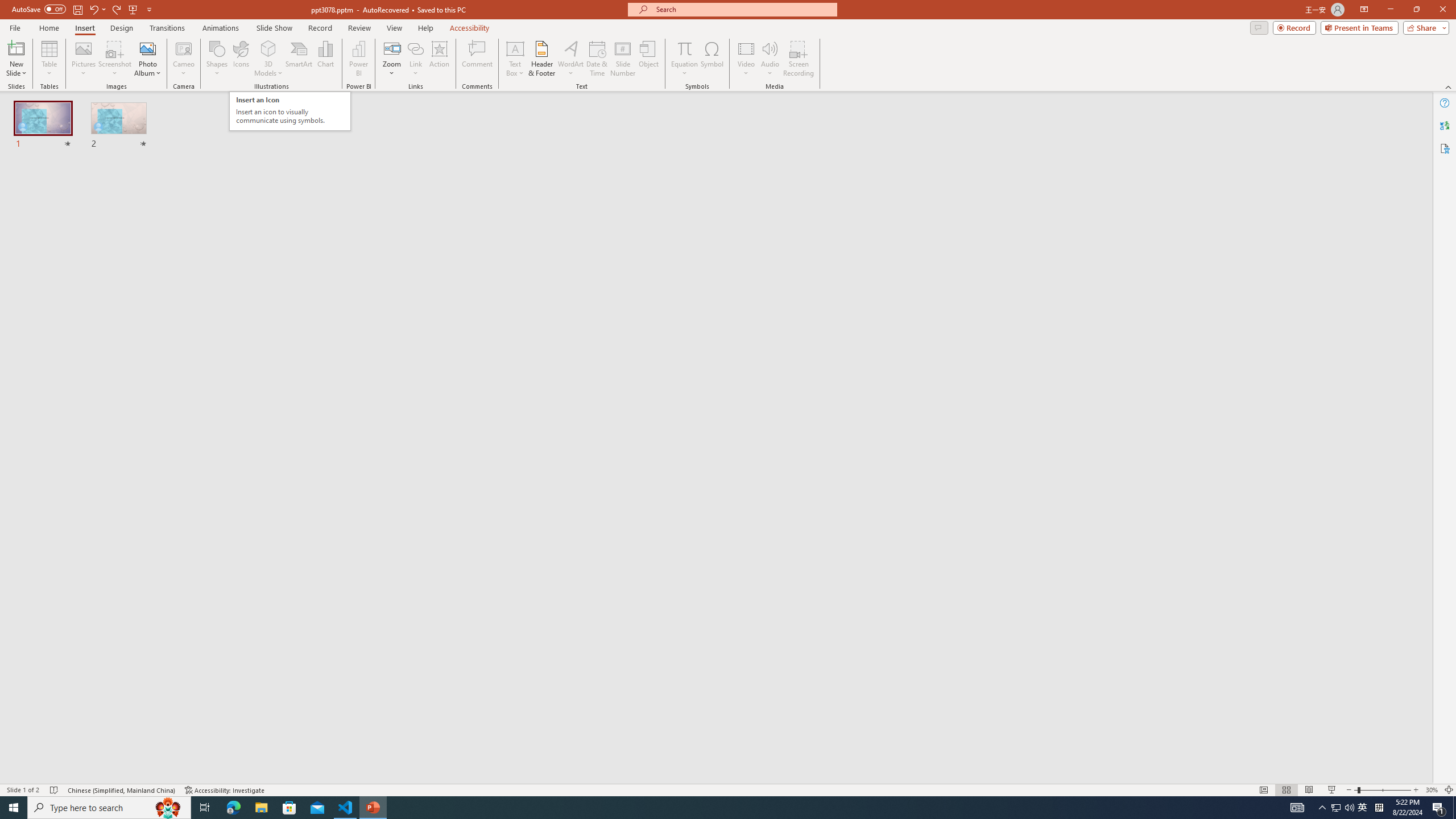 Image resolution: width=1456 pixels, height=819 pixels. I want to click on 'Screen Recording...', so click(798, 59).